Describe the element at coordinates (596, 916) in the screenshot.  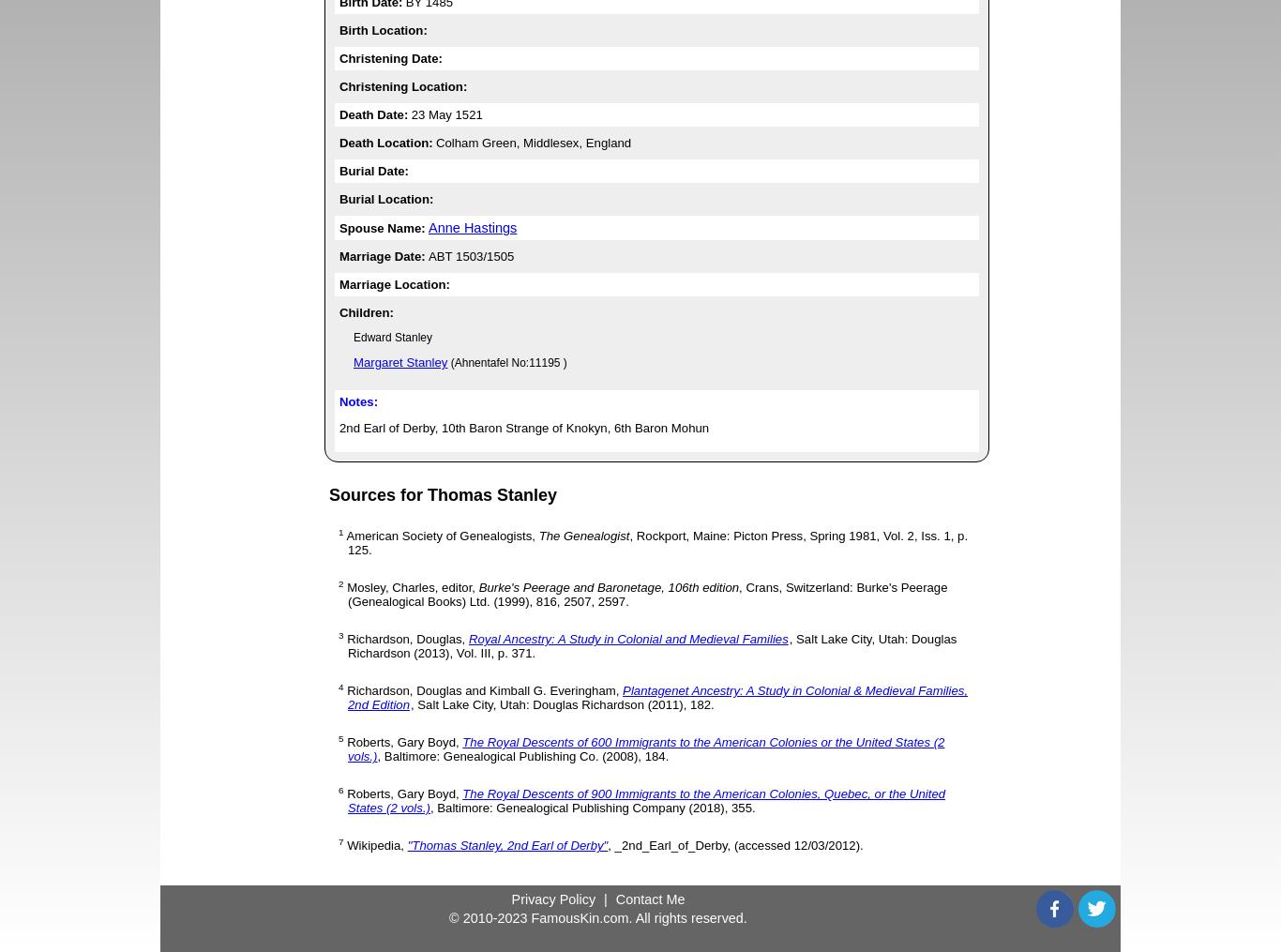
I see `'© 2010-2023 FamousKin.com. All rights reserved.'` at that location.